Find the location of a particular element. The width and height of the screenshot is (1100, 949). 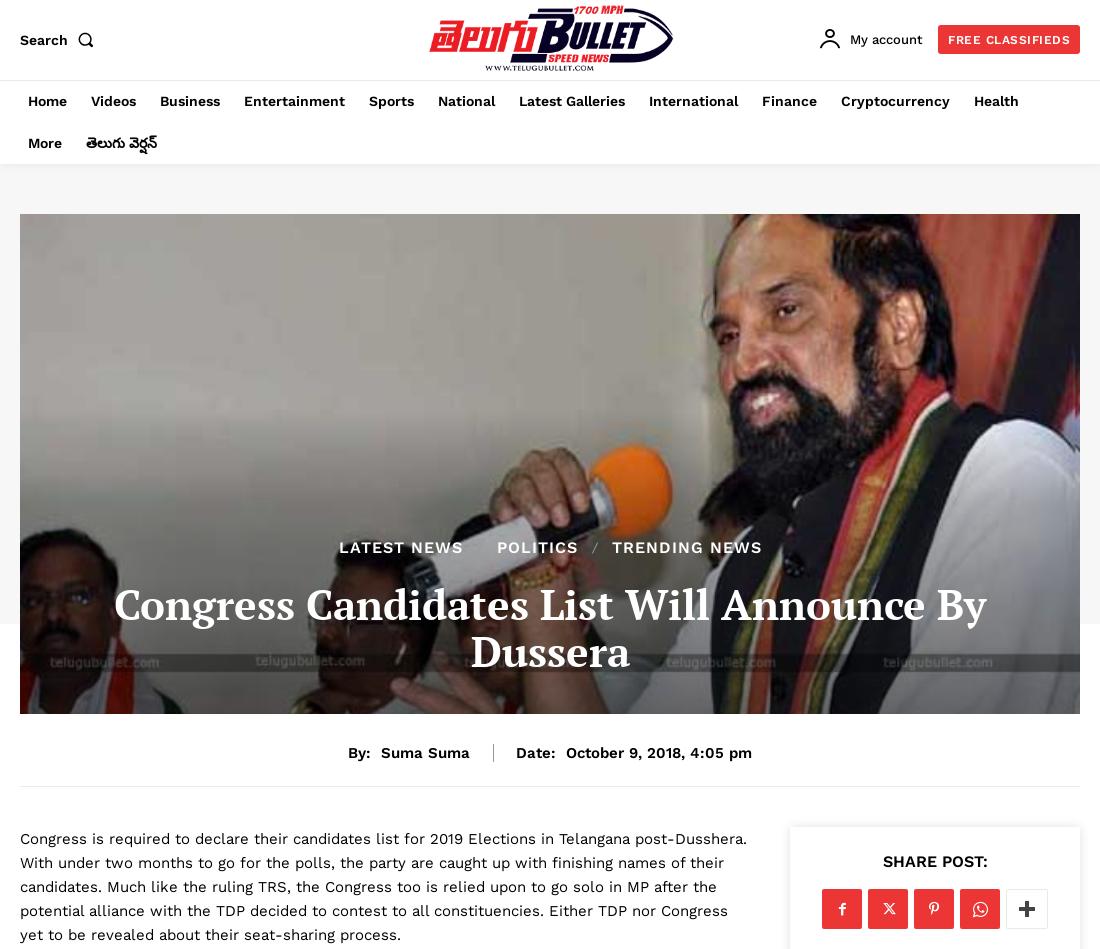

'Videos' is located at coordinates (113, 100).